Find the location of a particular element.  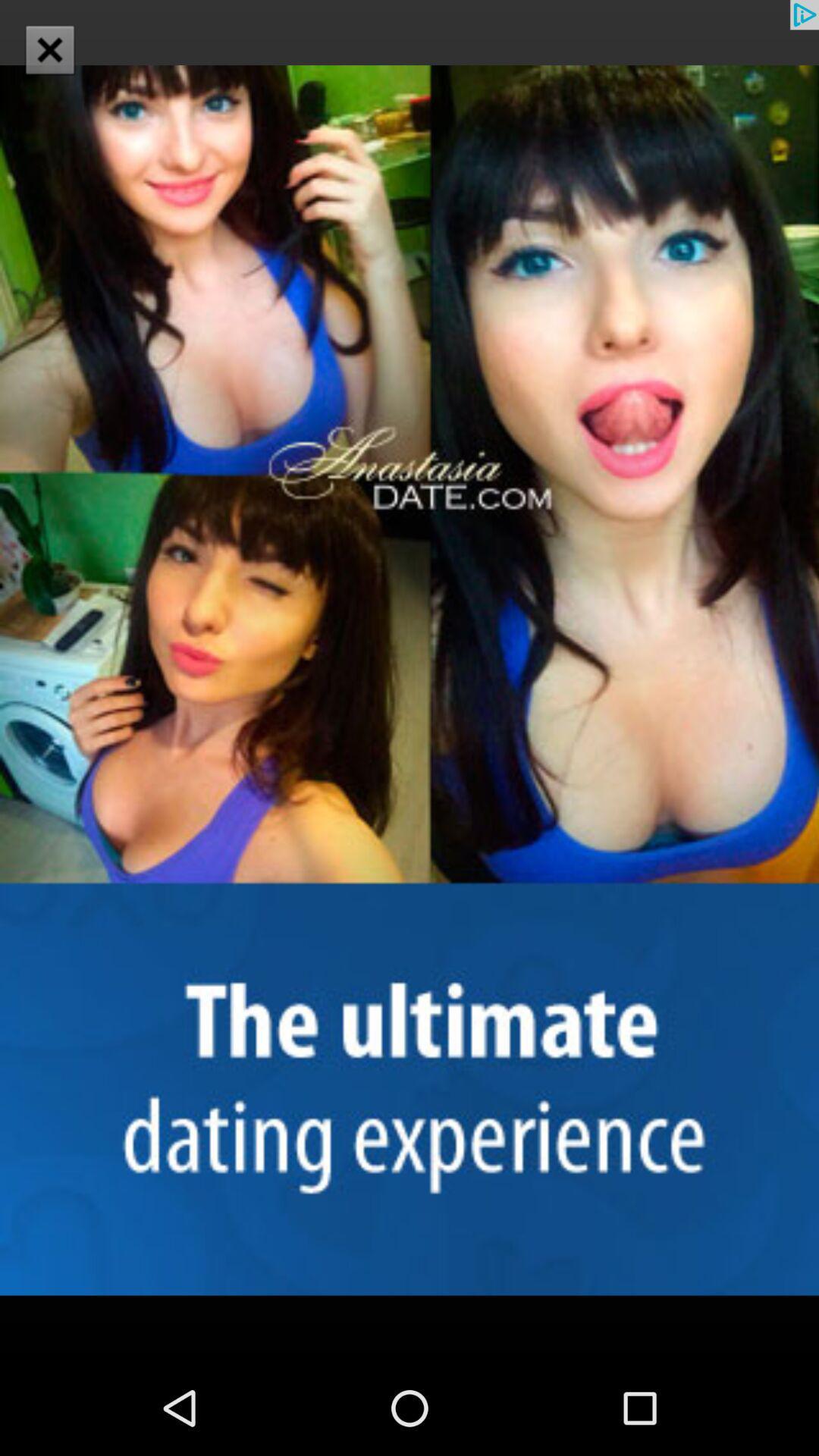

the close icon is located at coordinates (49, 53).